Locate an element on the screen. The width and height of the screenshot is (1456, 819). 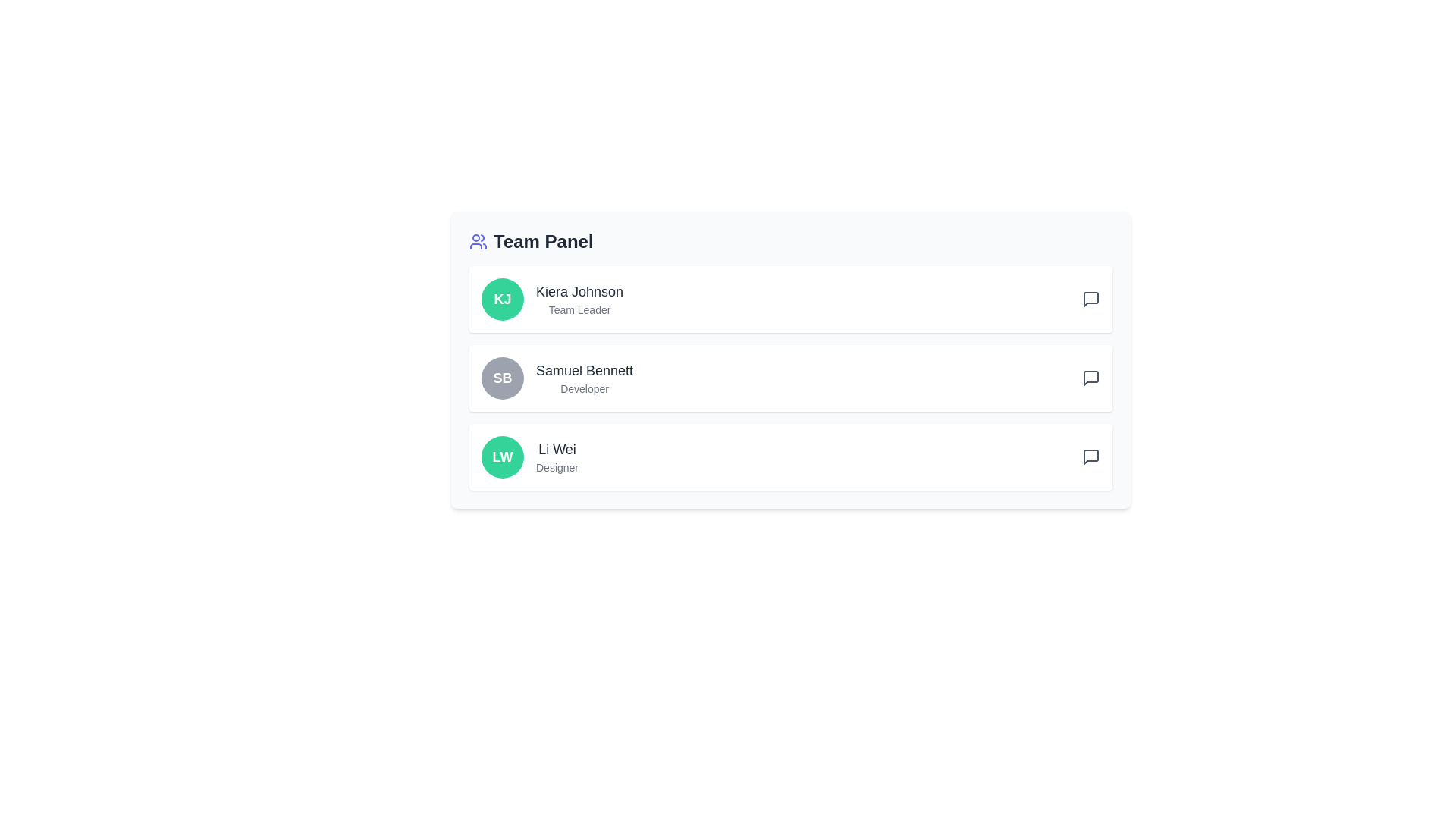
the Avatar placeholder representing user 'Samuel Bennett', located on the second row to the left of the text 'Samuel Bennett' and its subtext 'Developer' is located at coordinates (502, 377).